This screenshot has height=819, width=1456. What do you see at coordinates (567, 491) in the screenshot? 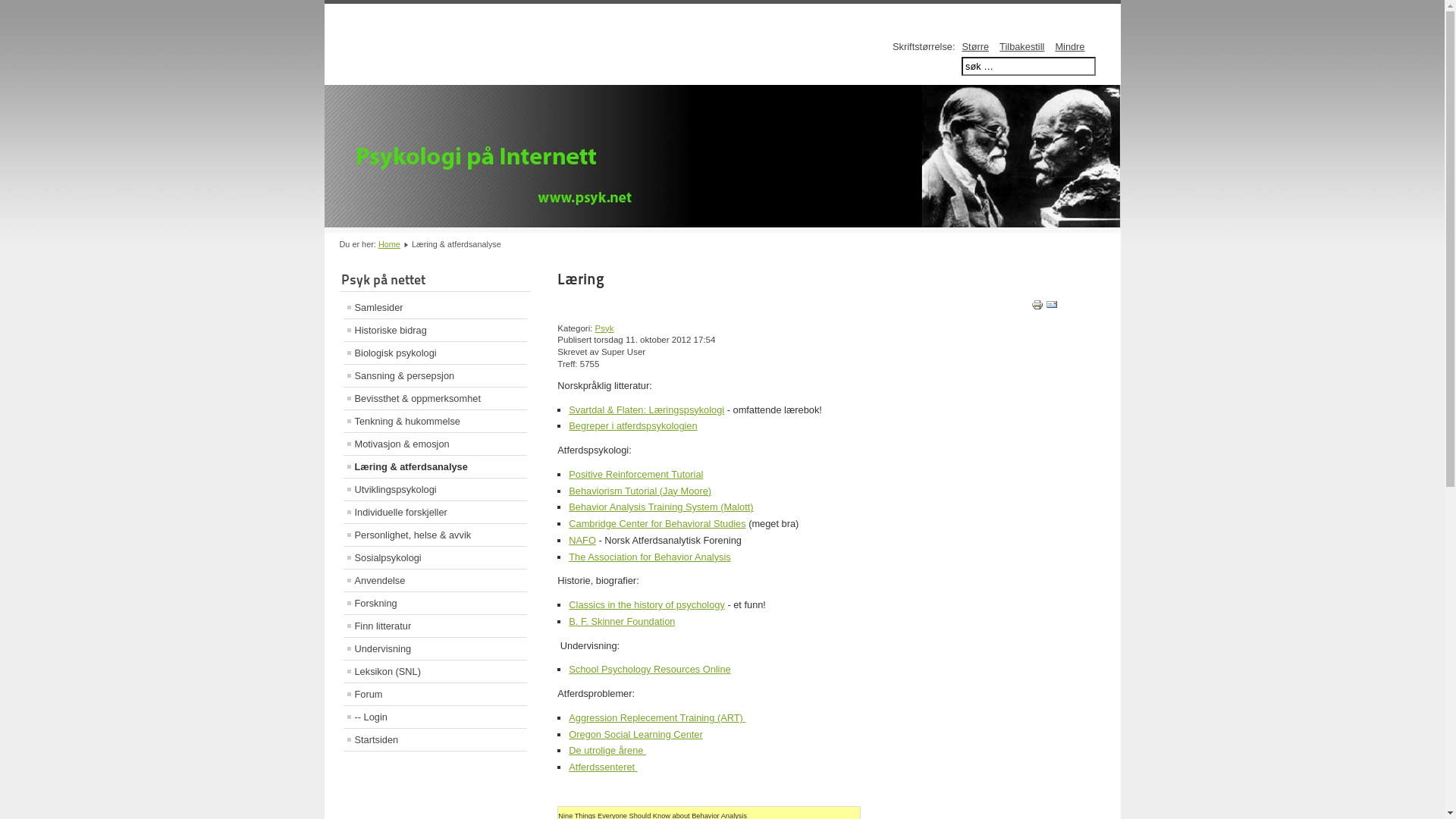
I see `'Behaviorism Tutorial (Jay Moore)'` at bounding box center [567, 491].